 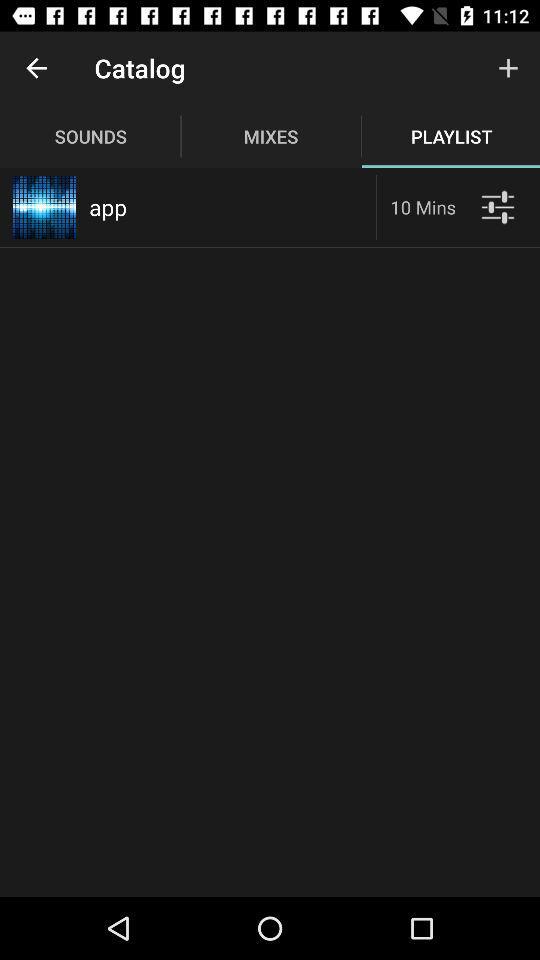 I want to click on the item next to mixes item, so click(x=508, y=68).